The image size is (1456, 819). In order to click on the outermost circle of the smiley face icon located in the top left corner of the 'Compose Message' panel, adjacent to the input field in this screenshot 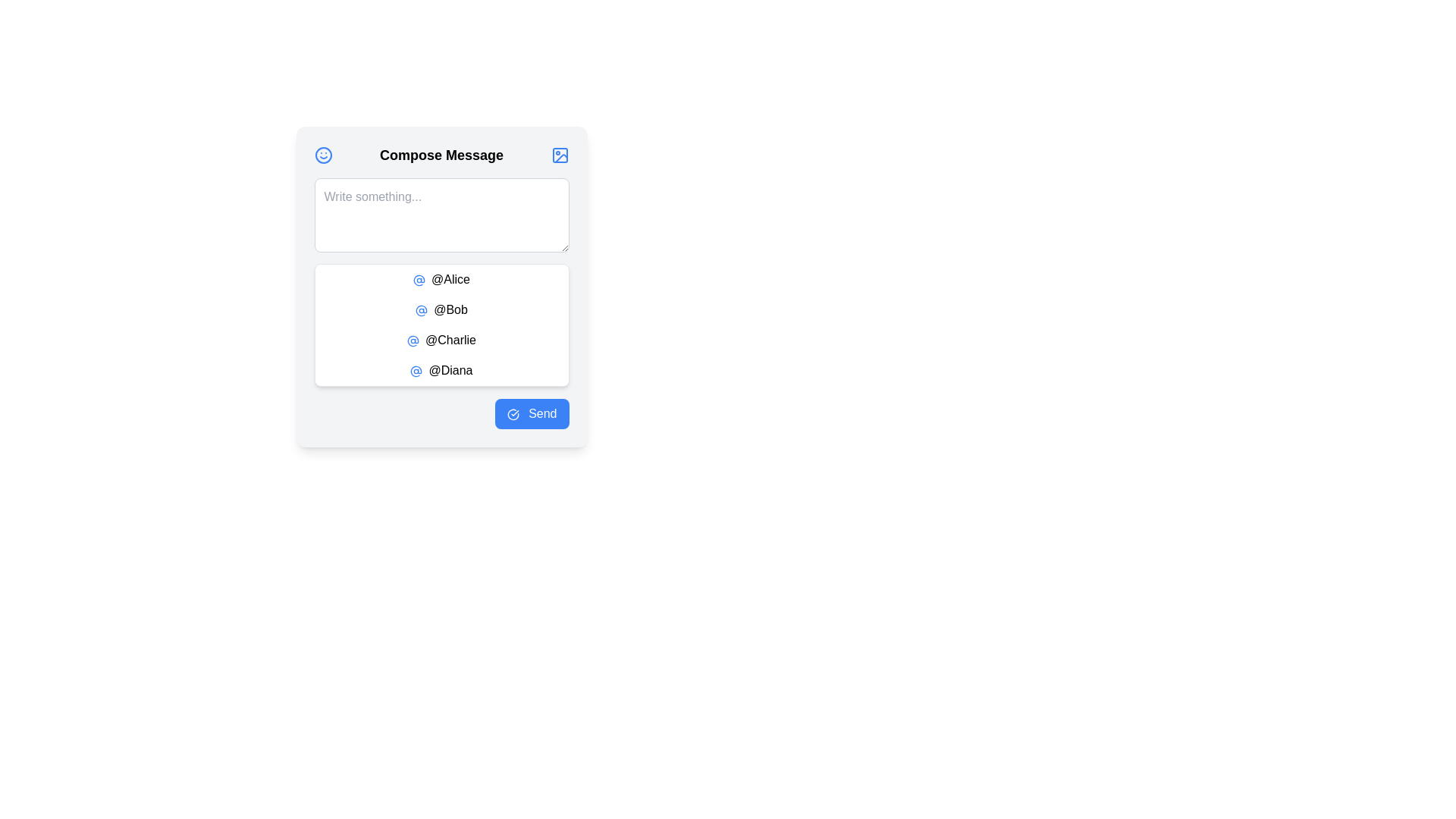, I will do `click(322, 155)`.